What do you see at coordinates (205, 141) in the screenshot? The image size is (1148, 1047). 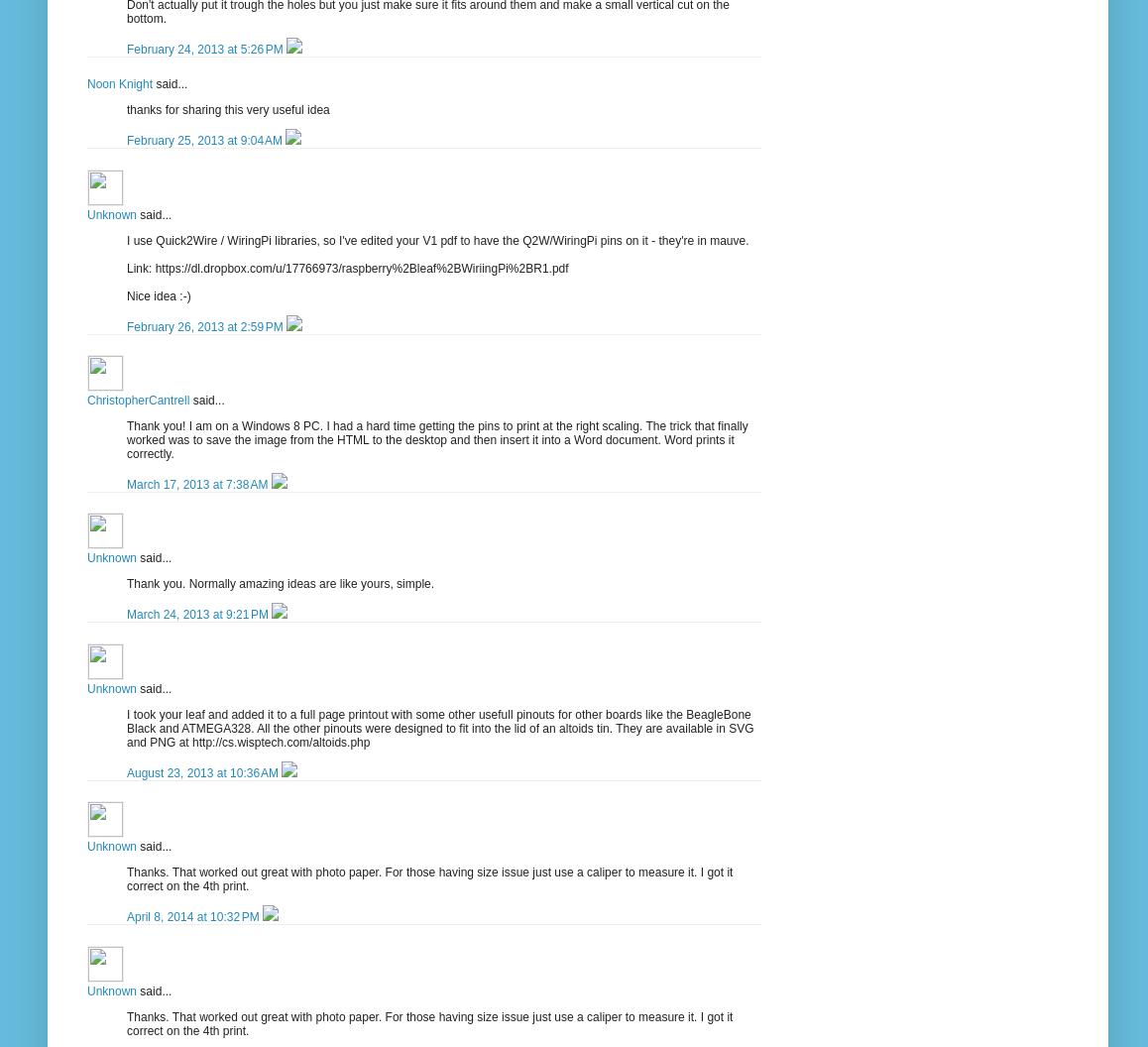 I see `'February 25, 2013 at 9:04 AM'` at bounding box center [205, 141].